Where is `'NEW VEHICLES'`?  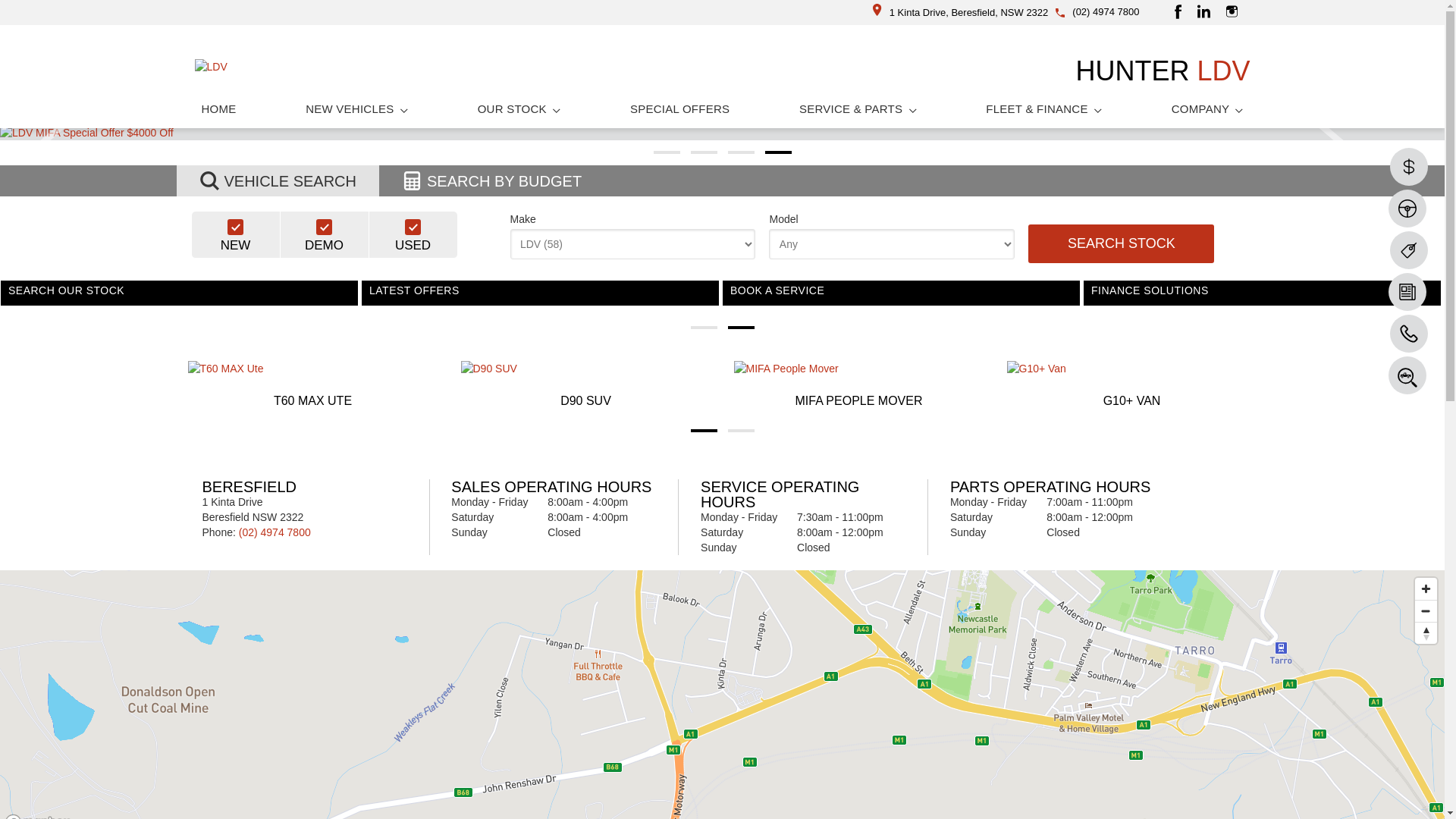
'NEW VEHICLES' is located at coordinates (356, 108).